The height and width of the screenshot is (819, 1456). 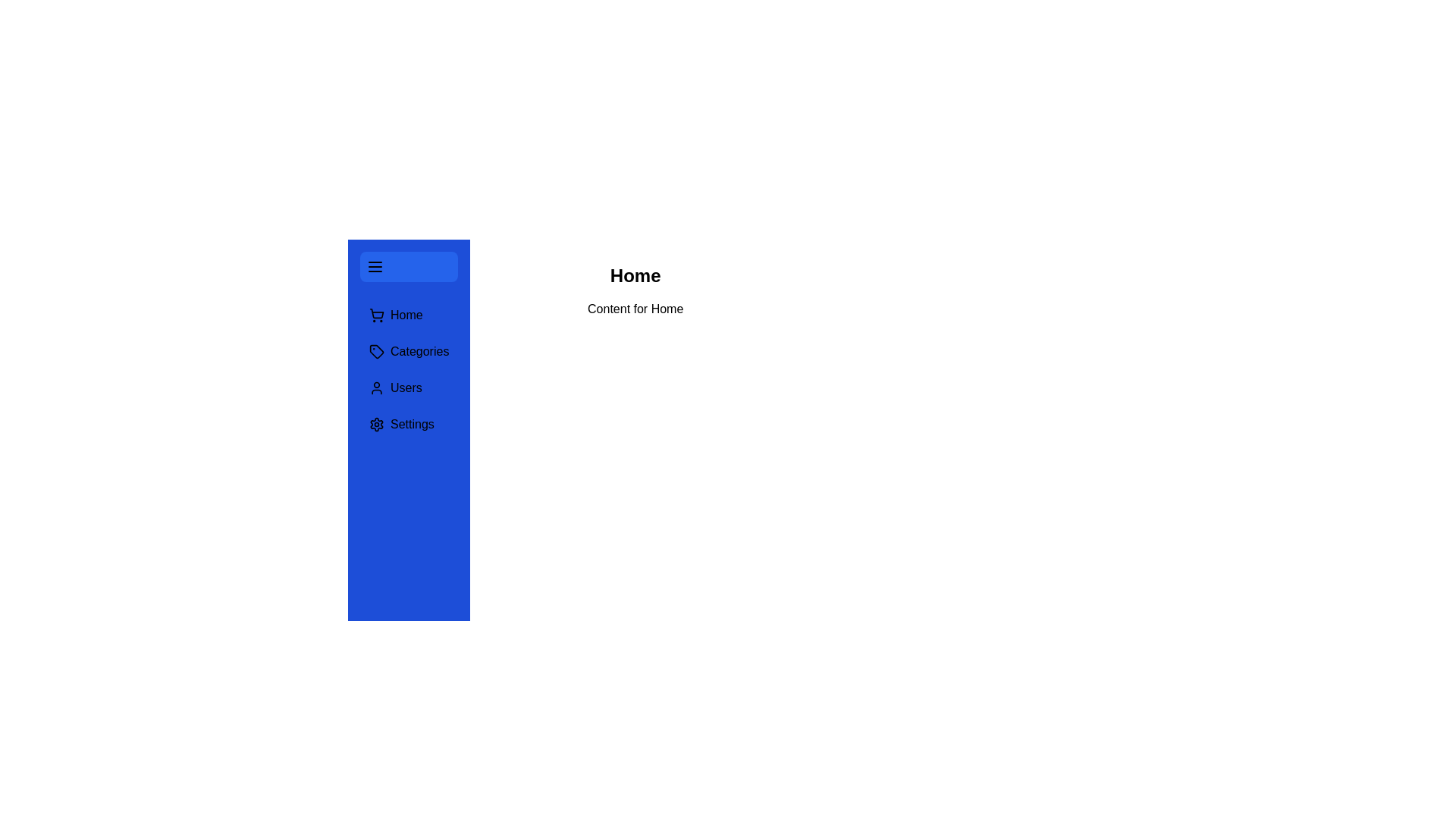 What do you see at coordinates (409, 388) in the screenshot?
I see `the Users section from the menu` at bounding box center [409, 388].